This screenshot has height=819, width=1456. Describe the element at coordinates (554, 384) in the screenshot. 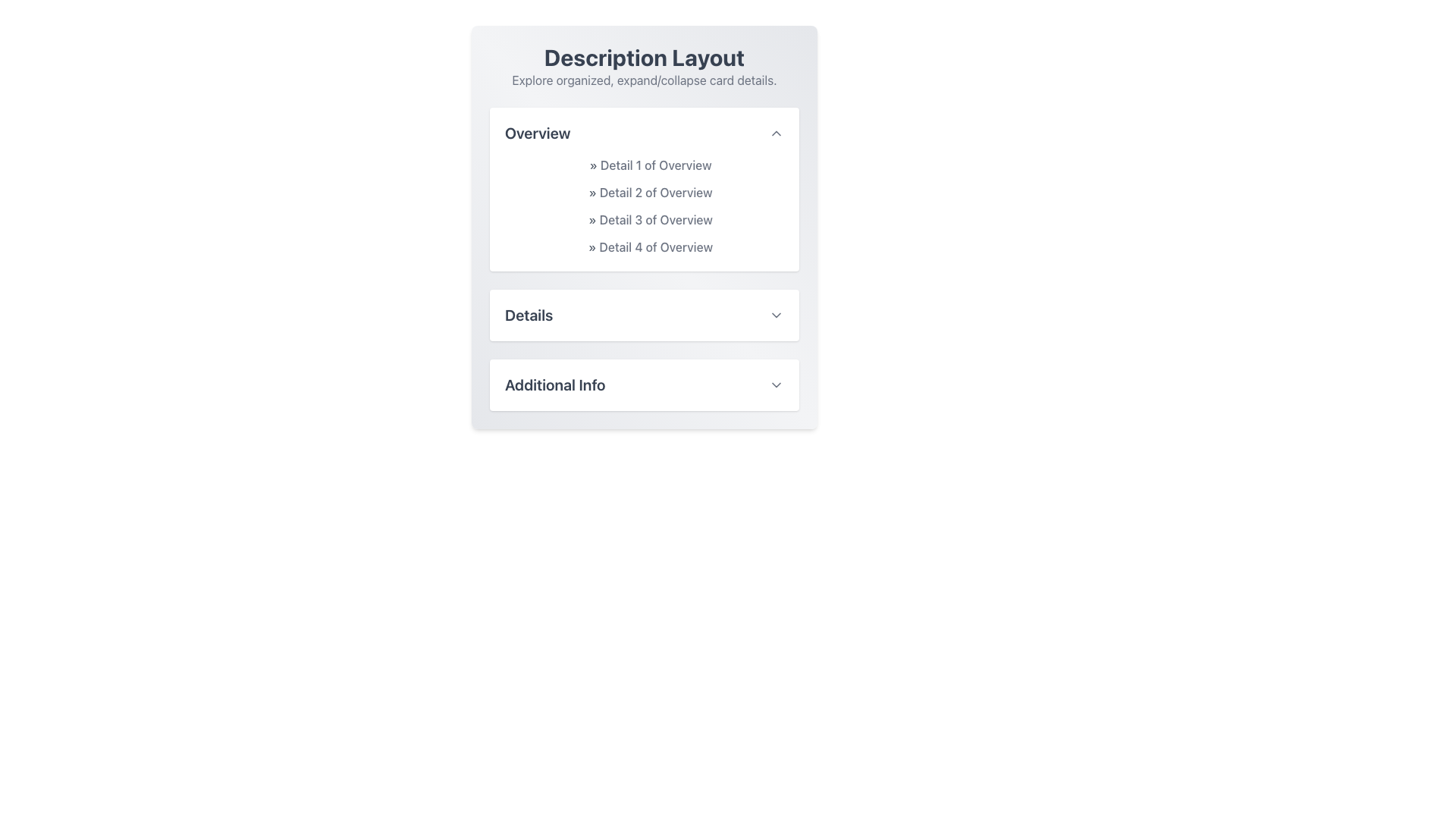

I see `the Text Label that serves as a header or label for a section, located at the bottom of a card-like structure and aligned to the left of an interactive icon` at that location.